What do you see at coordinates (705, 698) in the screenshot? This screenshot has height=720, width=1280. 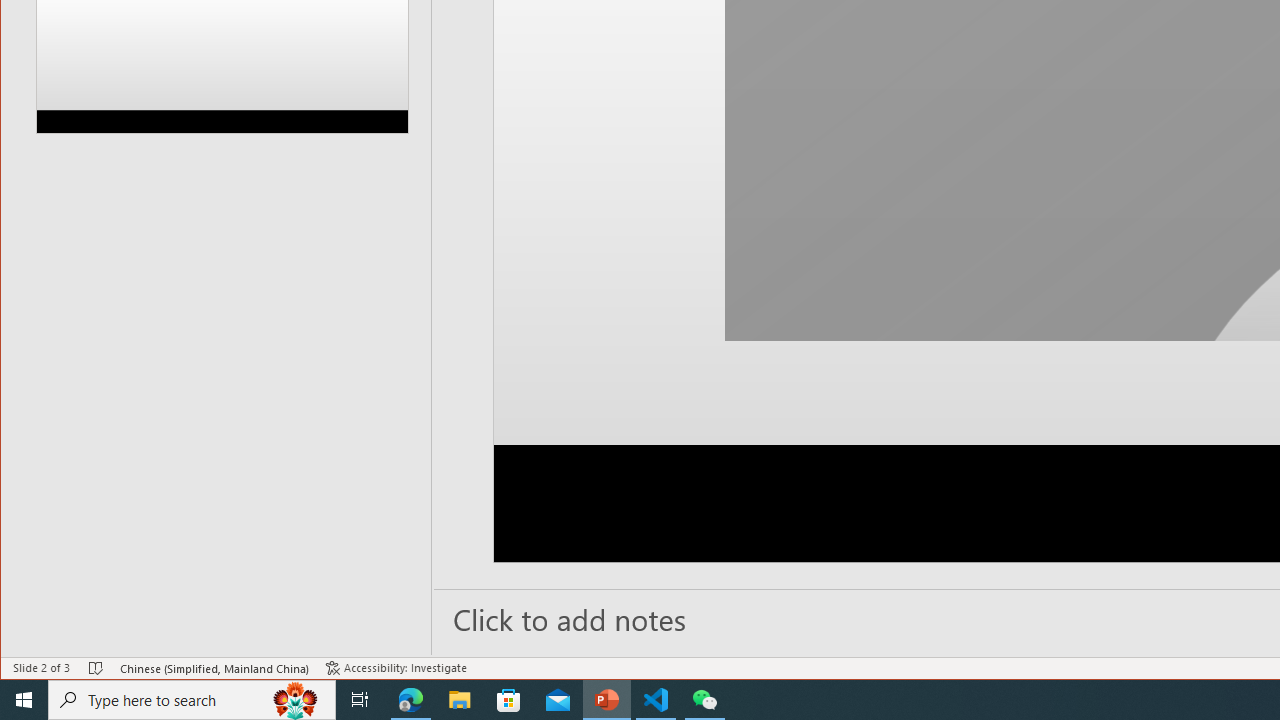 I see `'WeChat - 1 running window'` at bounding box center [705, 698].